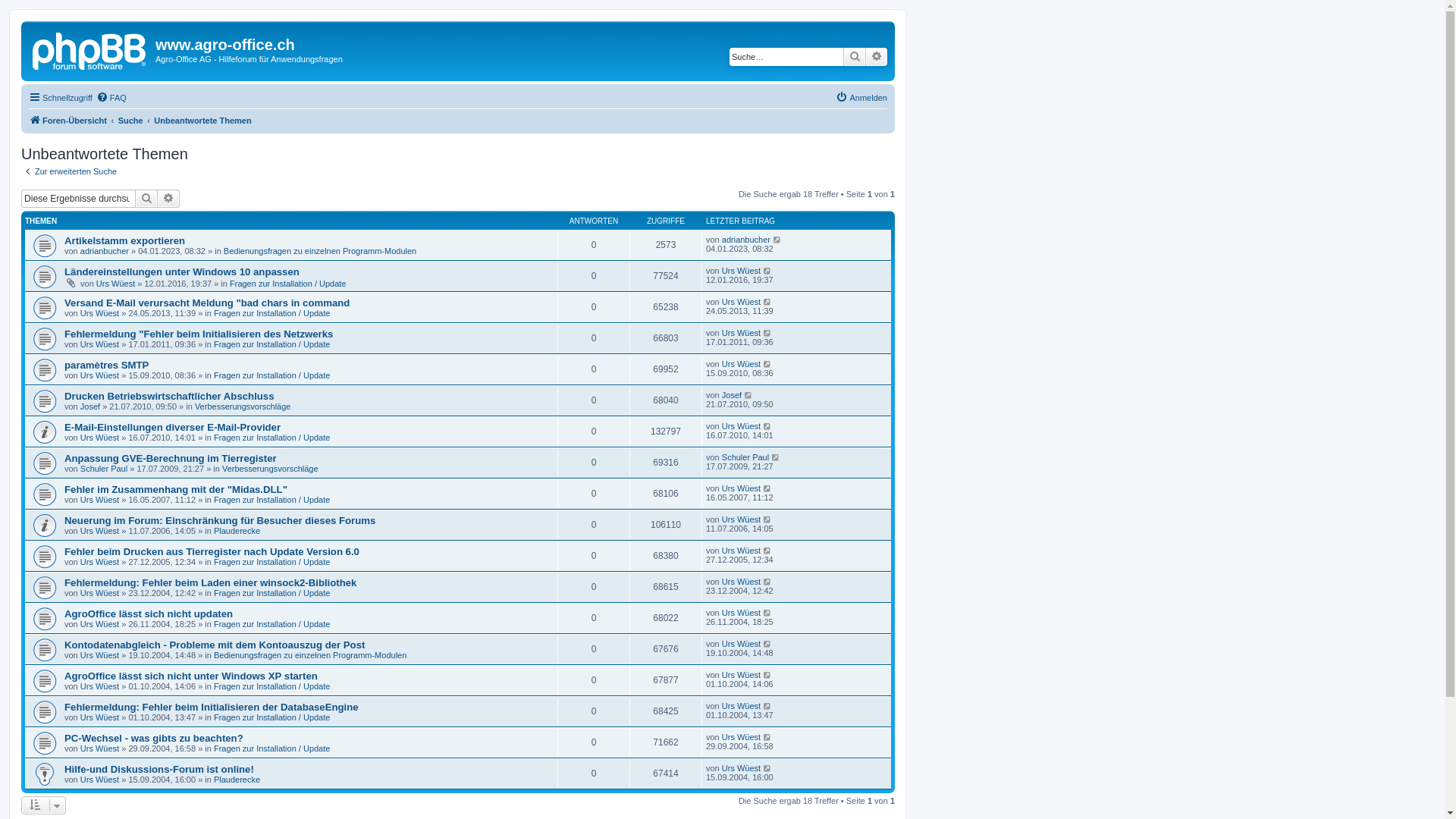 This screenshot has height=819, width=1456. I want to click on 'Schnellzugriff', so click(61, 97).